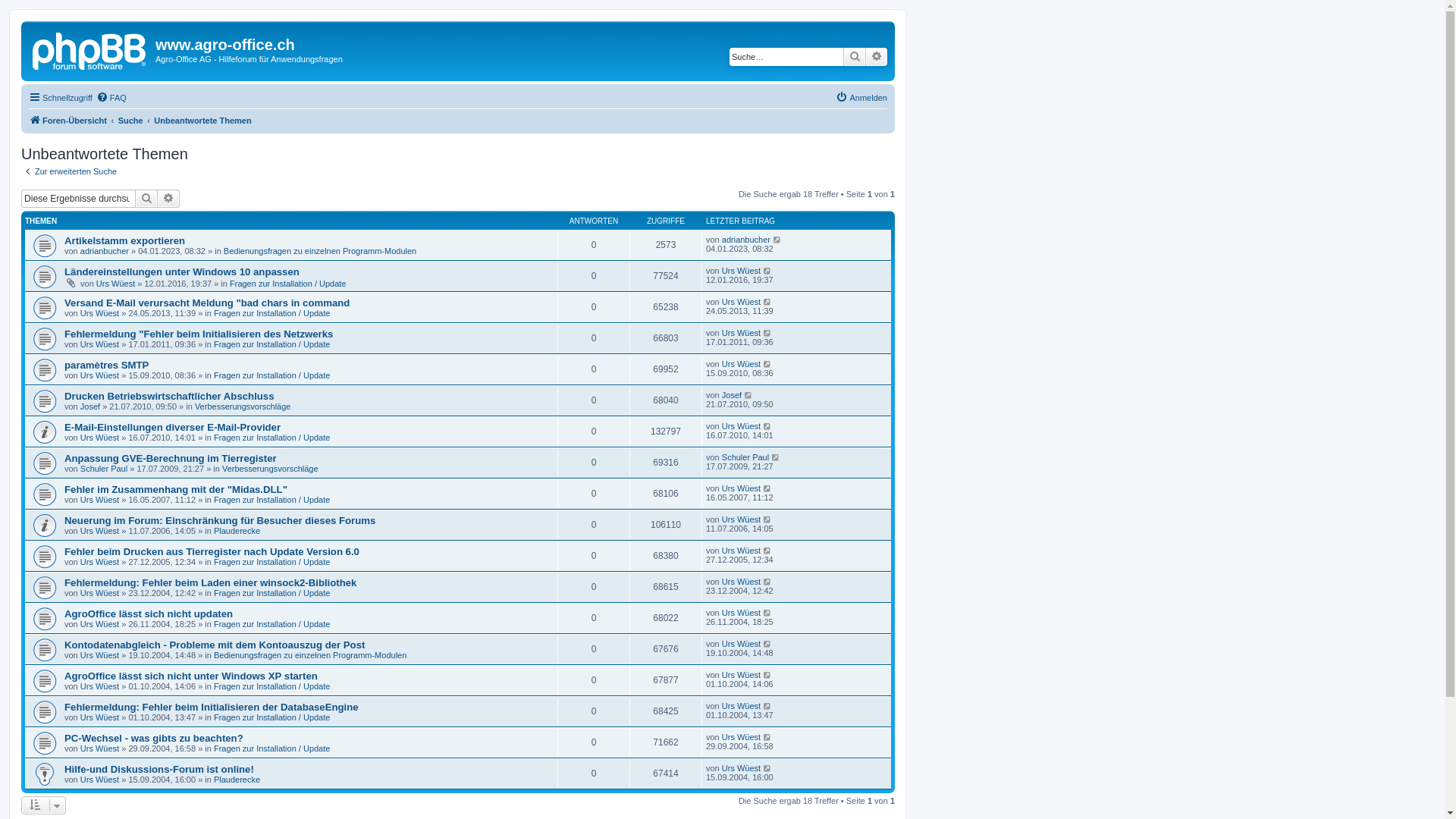 This screenshot has height=819, width=1456. I want to click on 'Schnellzugriff', so click(61, 97).